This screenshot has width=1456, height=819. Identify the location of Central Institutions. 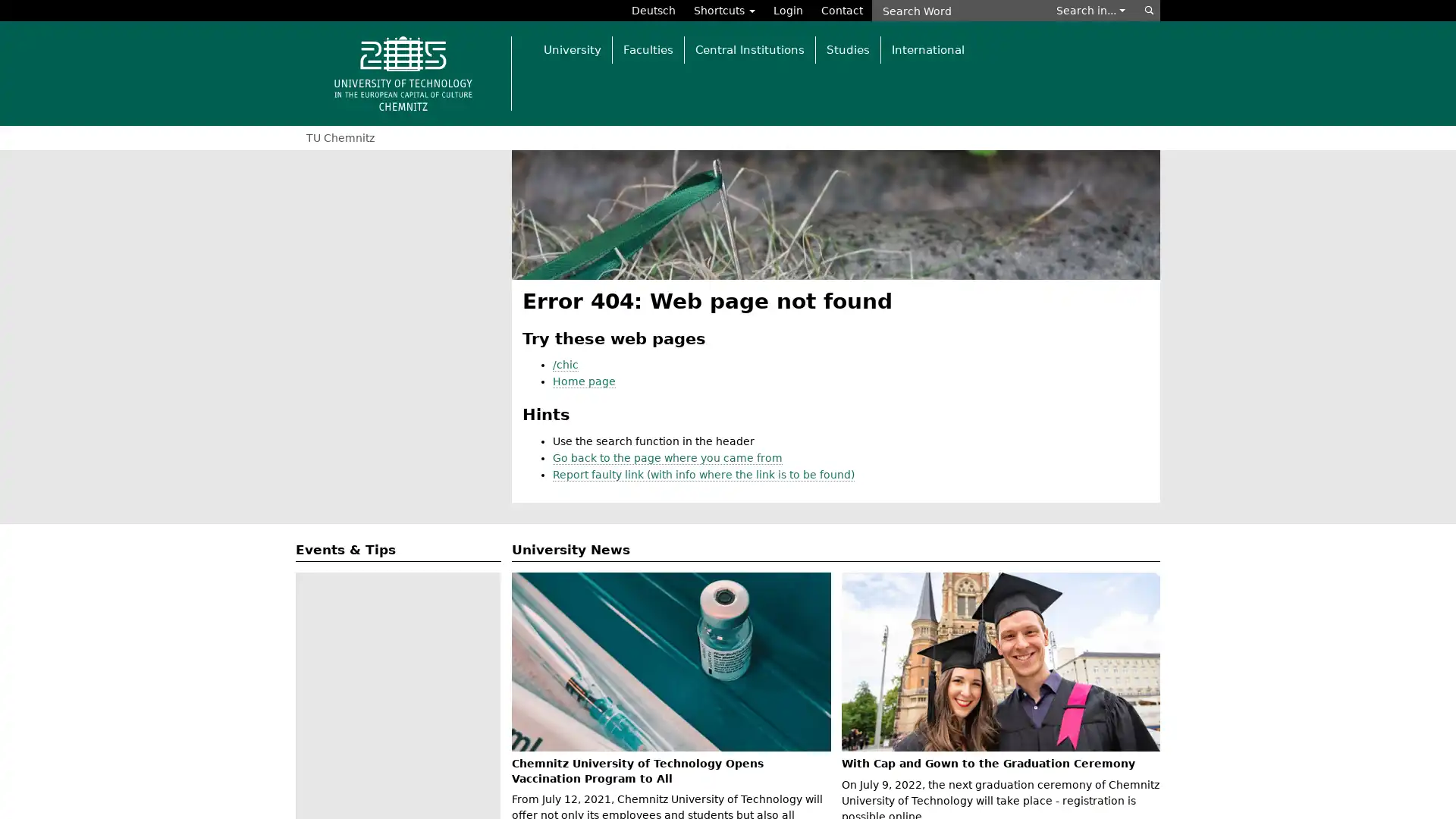
(749, 49).